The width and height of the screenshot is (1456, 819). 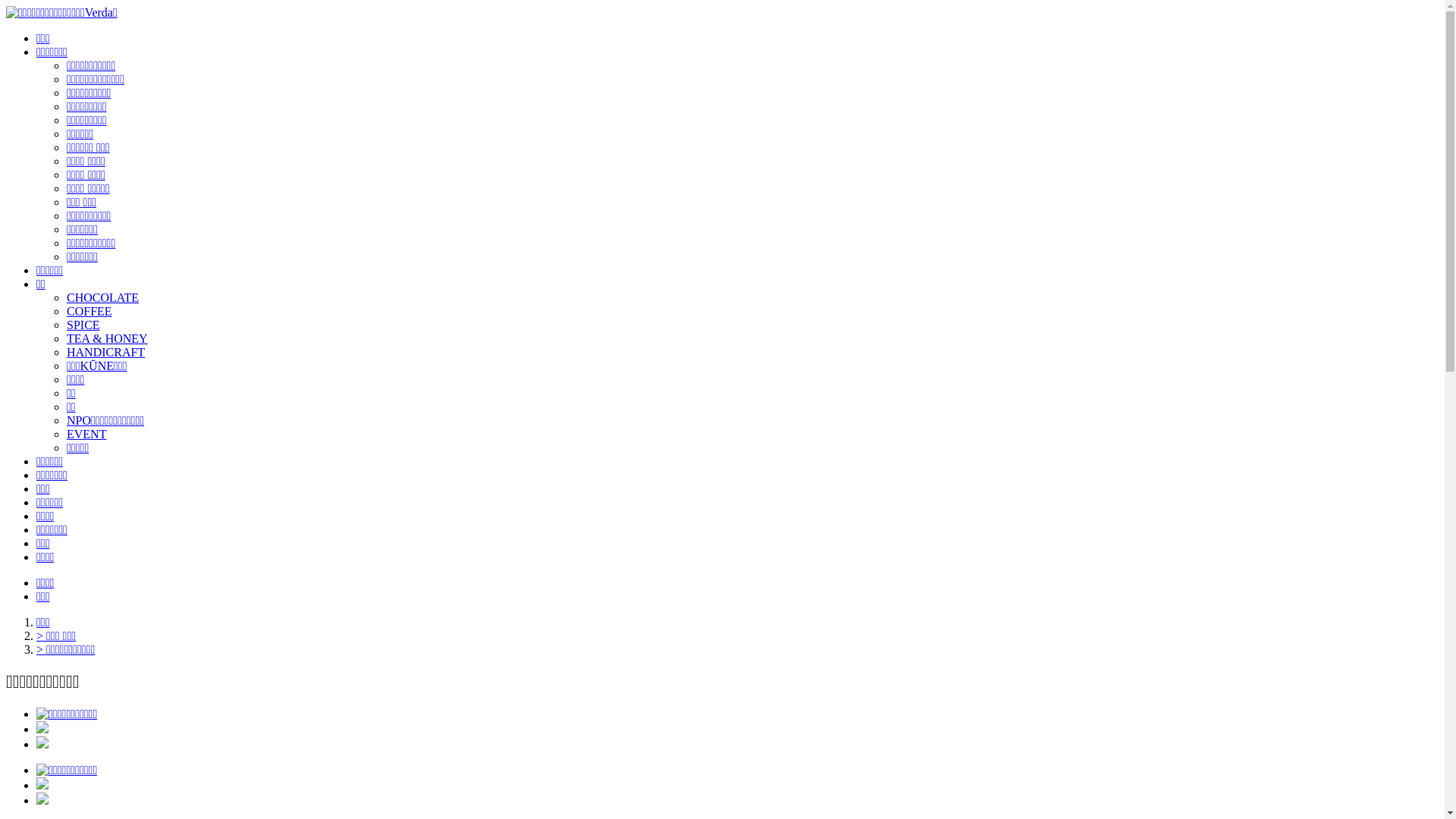 What do you see at coordinates (89, 310) in the screenshot?
I see `'COFFEE'` at bounding box center [89, 310].